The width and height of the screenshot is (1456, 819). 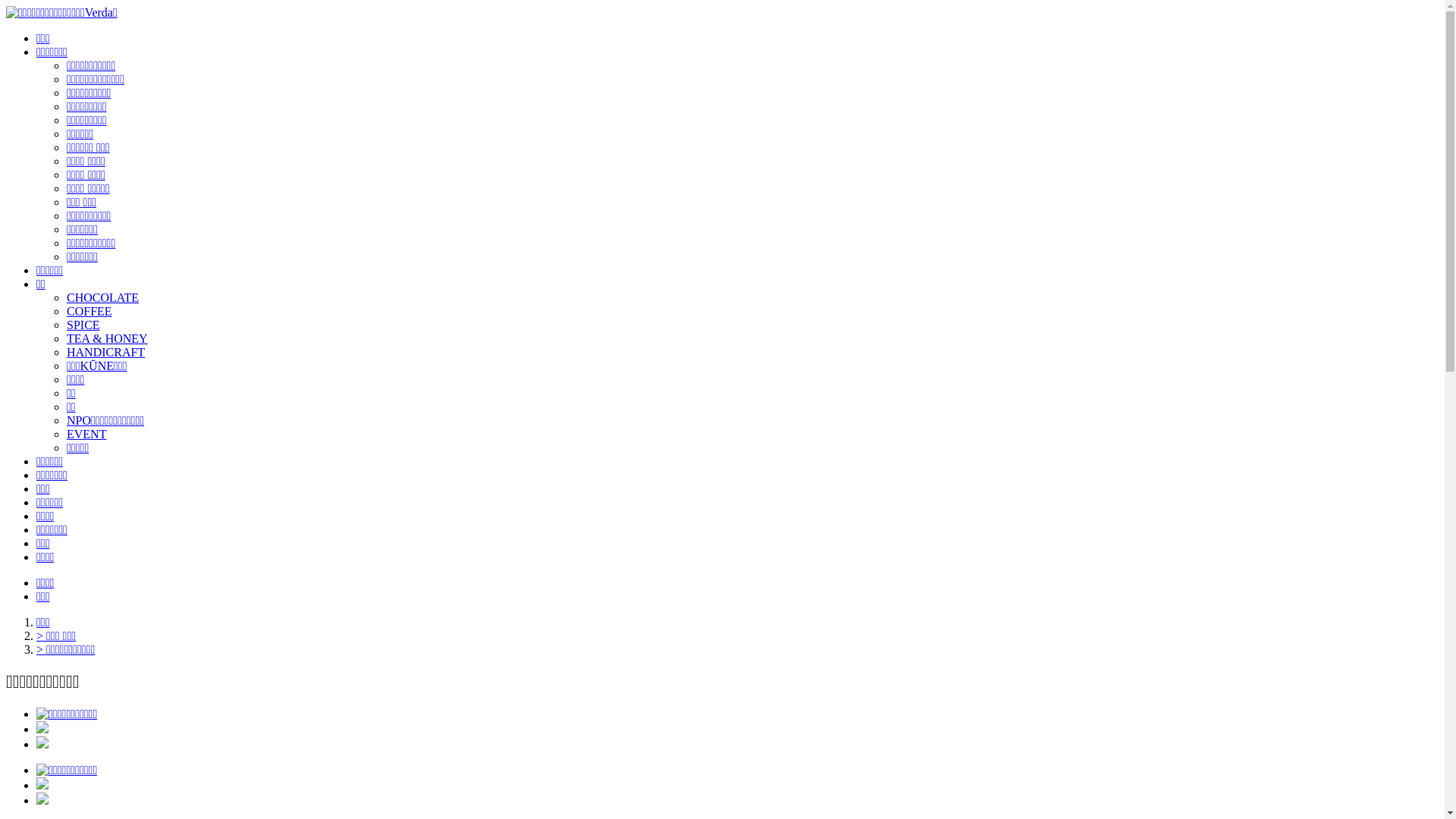 What do you see at coordinates (89, 310) in the screenshot?
I see `'COFFEE'` at bounding box center [89, 310].